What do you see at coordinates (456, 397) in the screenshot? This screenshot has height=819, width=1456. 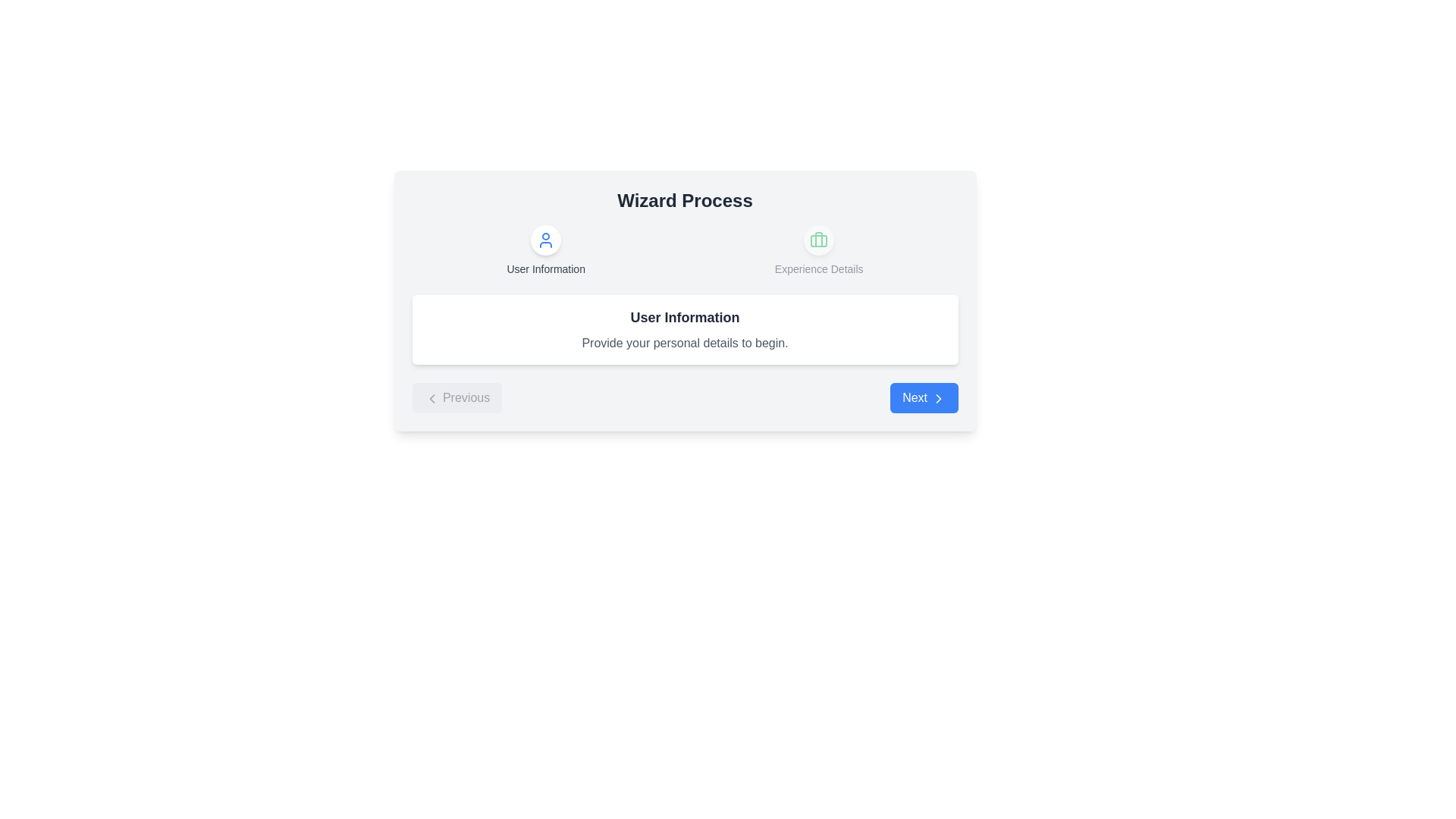 I see `the 'Previous' button with a left arrow icon` at bounding box center [456, 397].